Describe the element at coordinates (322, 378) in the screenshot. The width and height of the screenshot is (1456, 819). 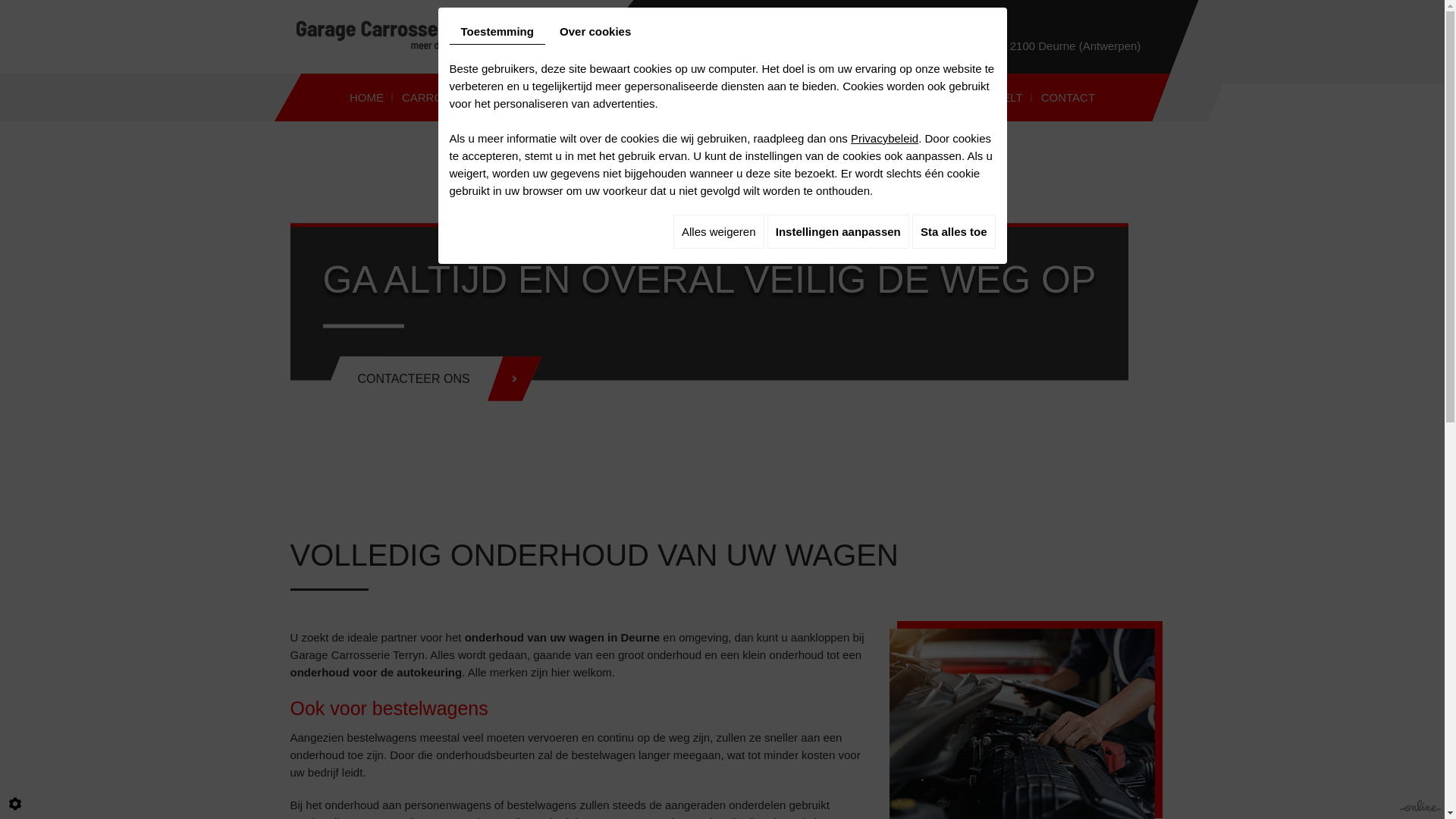
I see `'CONTACTEER ONS'` at that location.